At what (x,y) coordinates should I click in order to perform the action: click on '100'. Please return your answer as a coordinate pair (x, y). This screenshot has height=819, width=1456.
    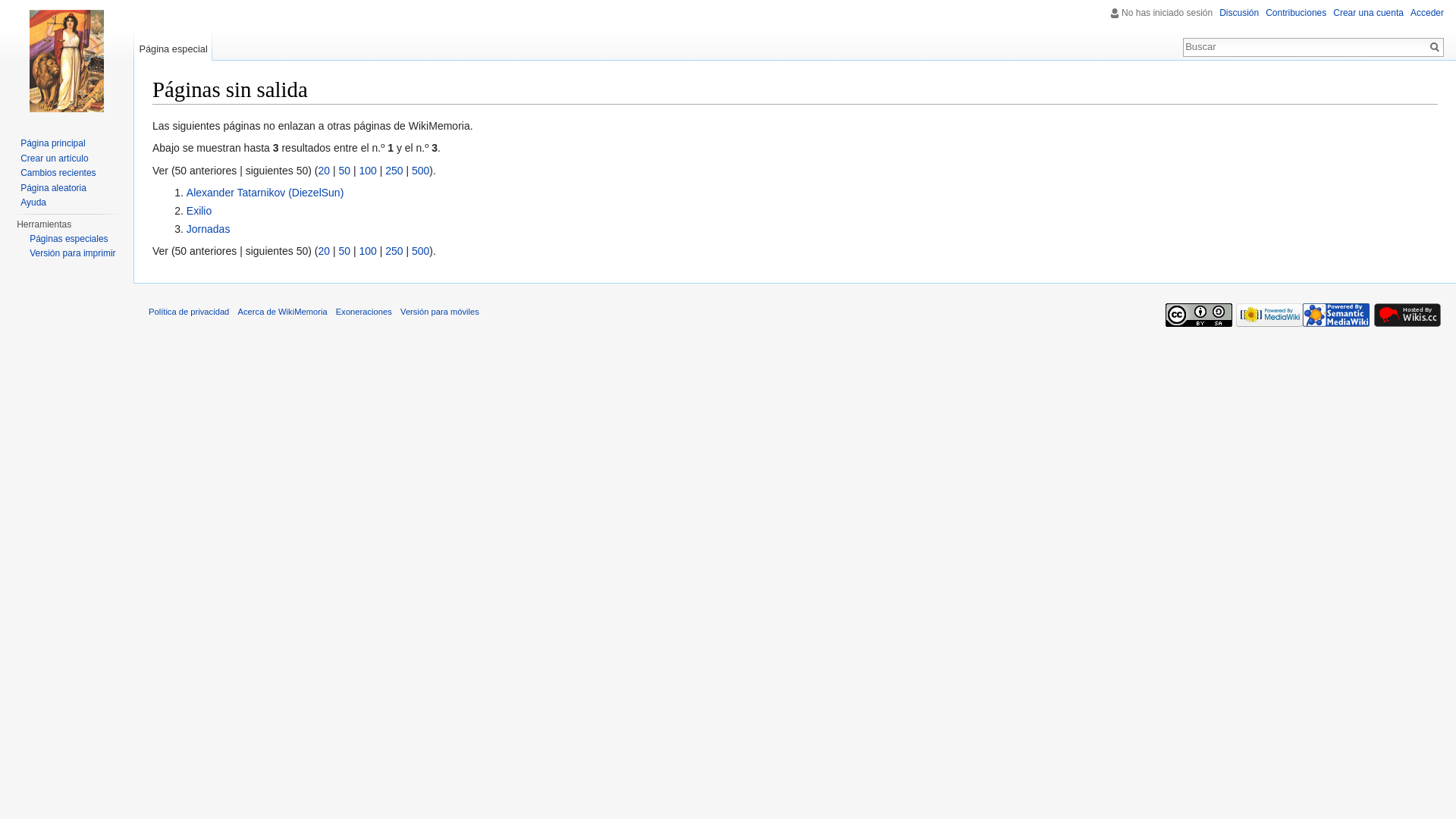
    Looking at the image, I should click on (358, 170).